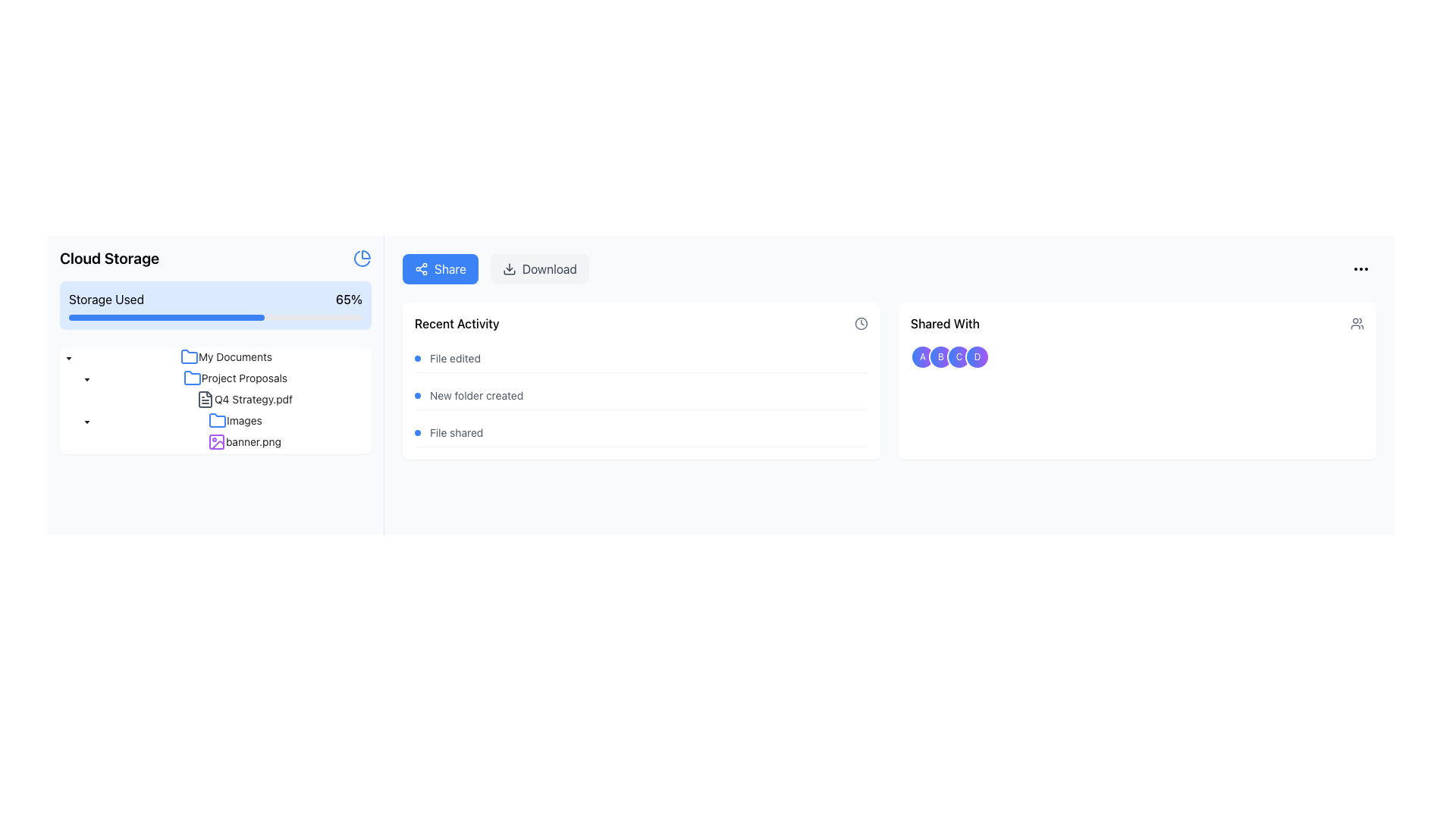 Image resolution: width=1456 pixels, height=819 pixels. What do you see at coordinates (1137, 380) in the screenshot?
I see `the content display card with the heading 'Shared With' and profile indicators 'A', 'B', 'C', and 'D'` at bounding box center [1137, 380].